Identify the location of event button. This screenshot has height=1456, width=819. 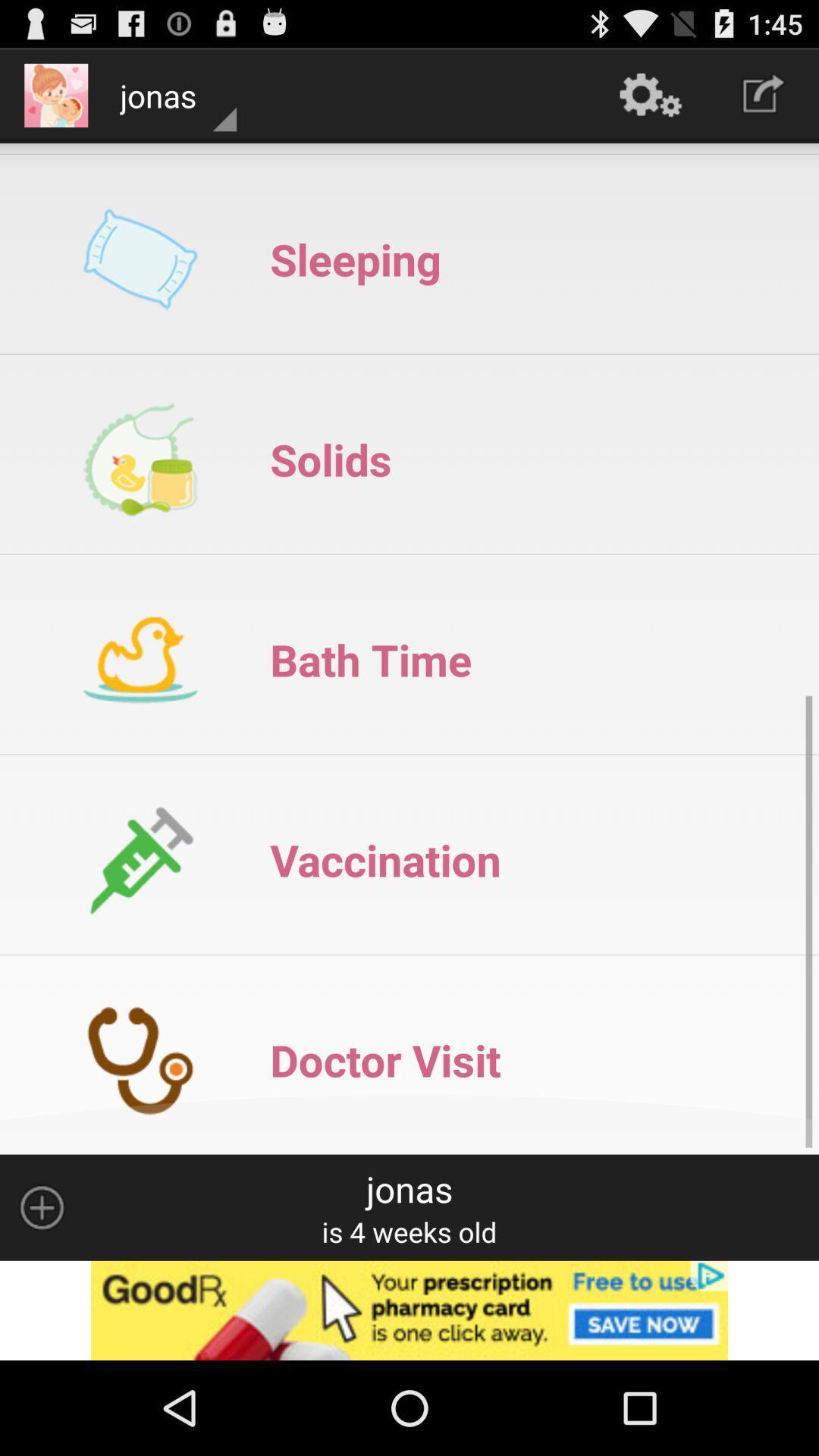
(41, 1207).